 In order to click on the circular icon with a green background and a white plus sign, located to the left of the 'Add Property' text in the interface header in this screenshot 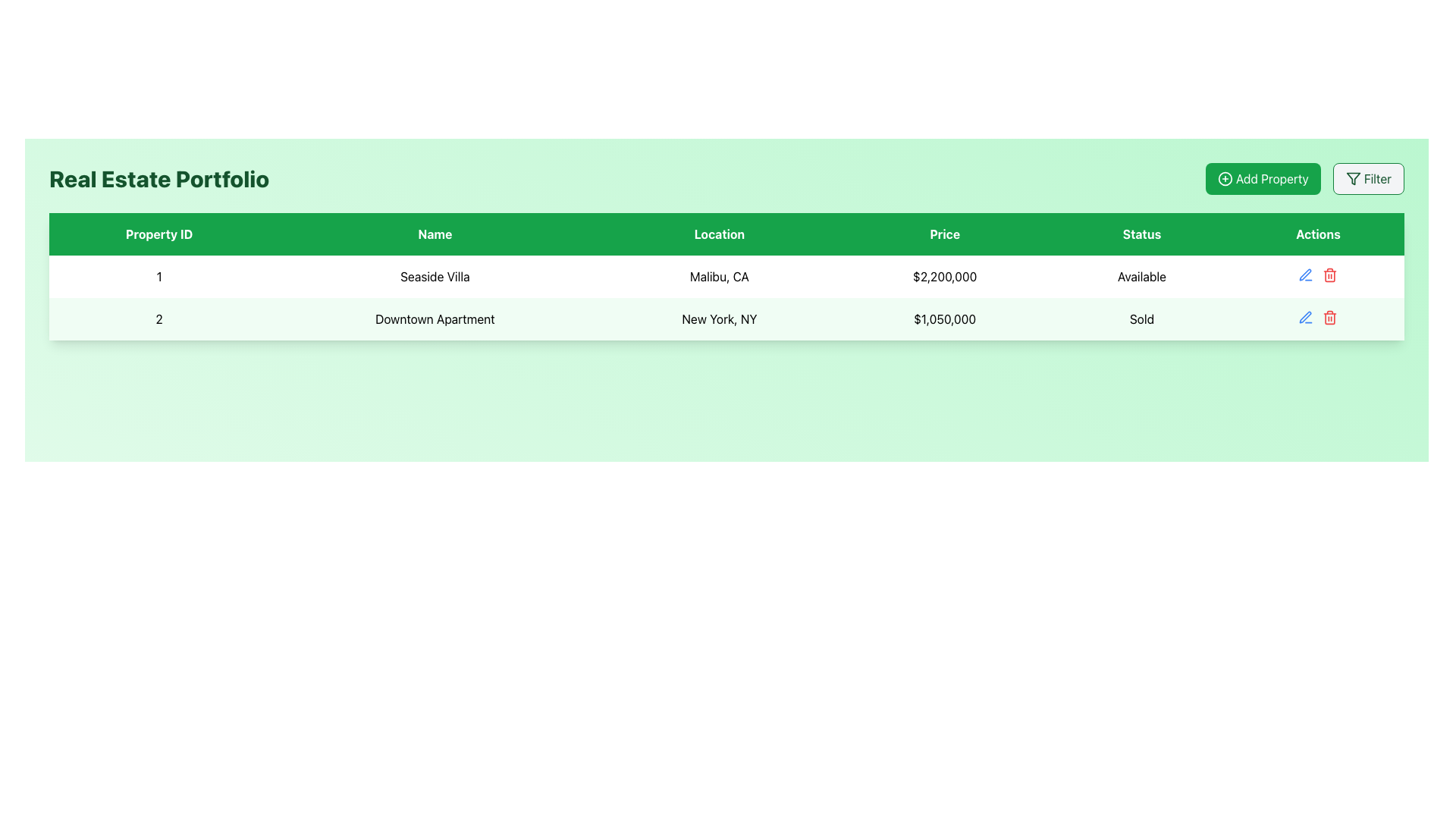, I will do `click(1225, 177)`.